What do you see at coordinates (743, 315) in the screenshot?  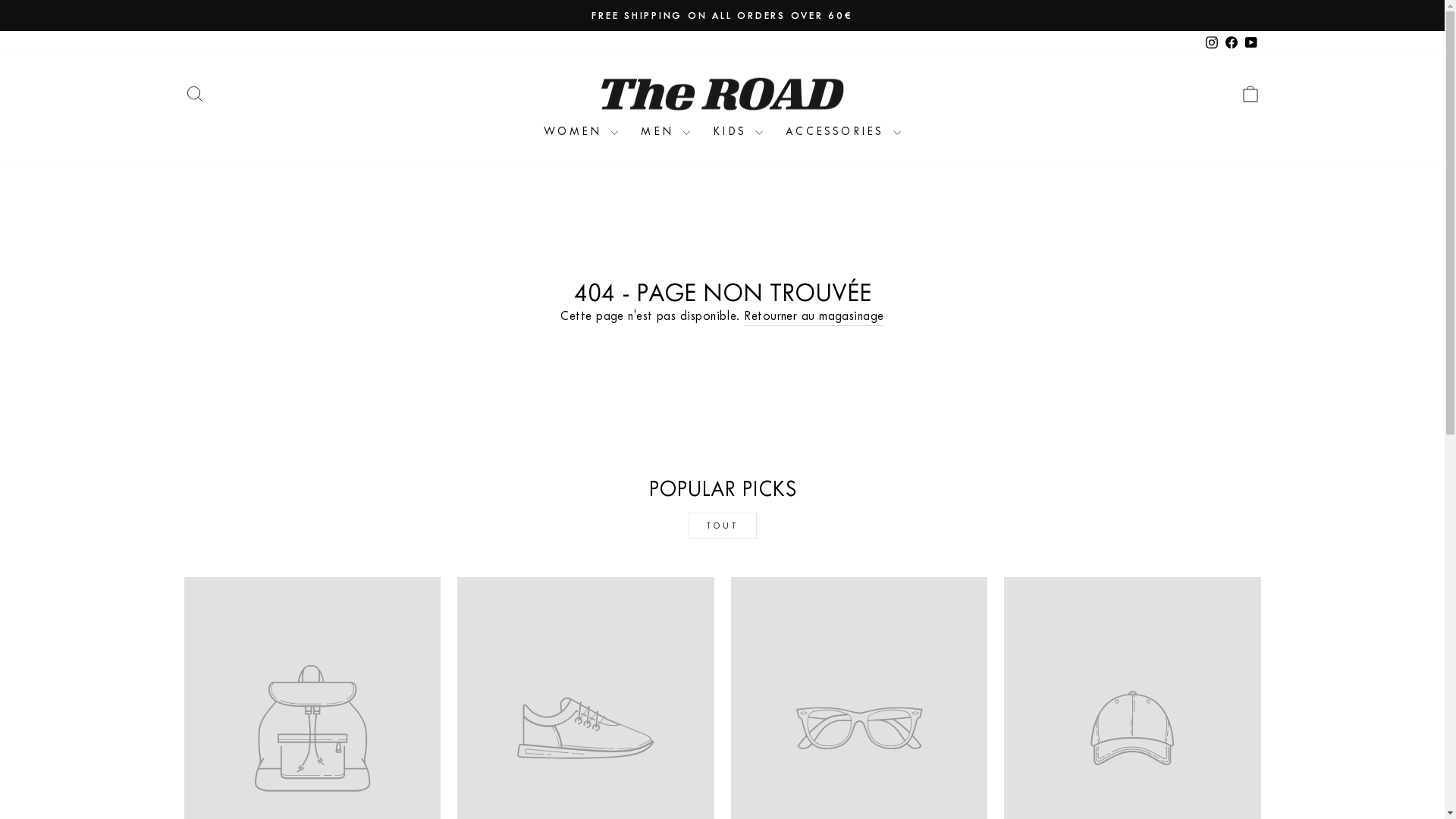 I see `'Retourner au magasinage'` at bounding box center [743, 315].